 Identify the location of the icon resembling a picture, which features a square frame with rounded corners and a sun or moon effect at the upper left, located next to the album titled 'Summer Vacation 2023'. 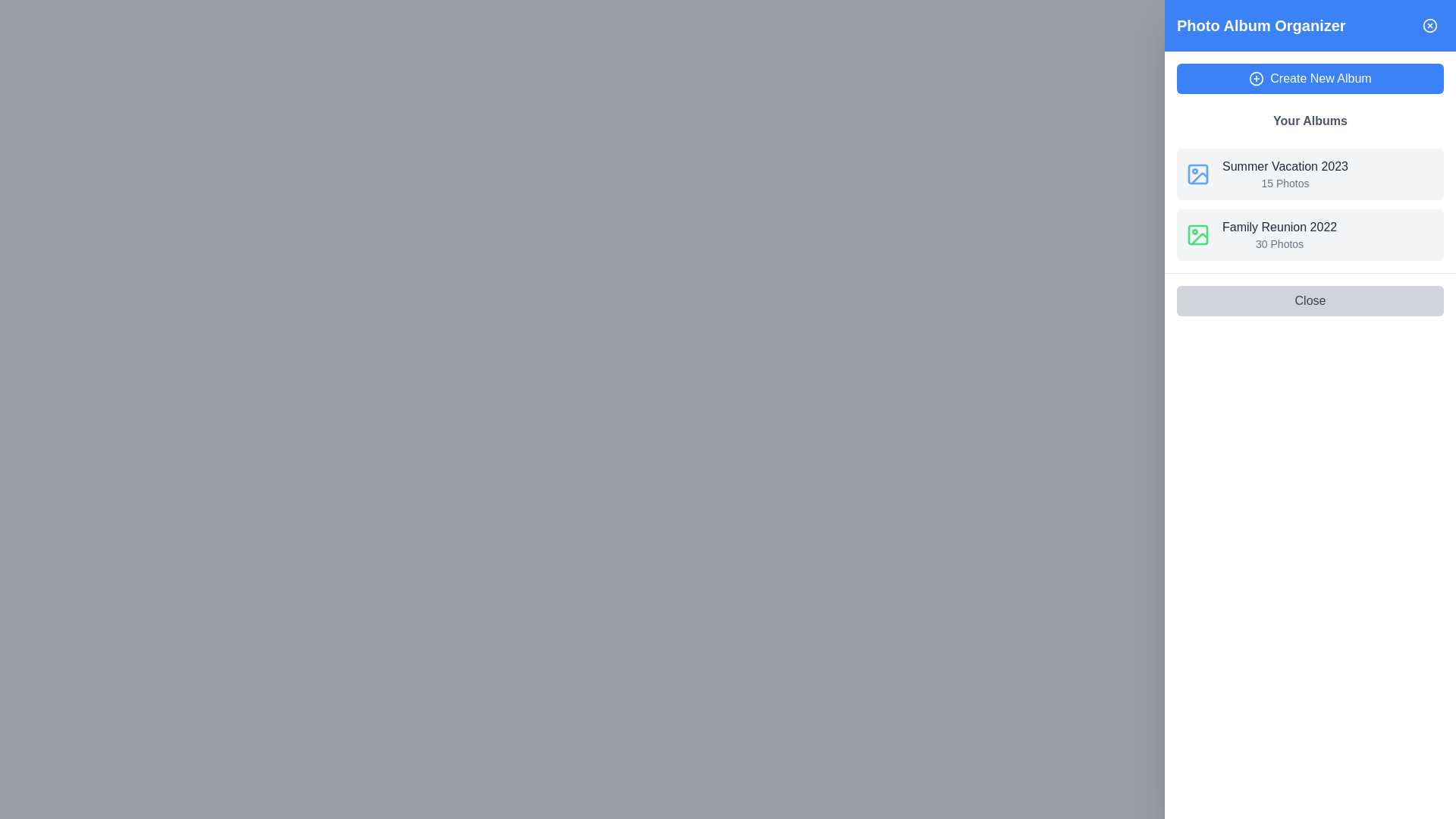
(1197, 174).